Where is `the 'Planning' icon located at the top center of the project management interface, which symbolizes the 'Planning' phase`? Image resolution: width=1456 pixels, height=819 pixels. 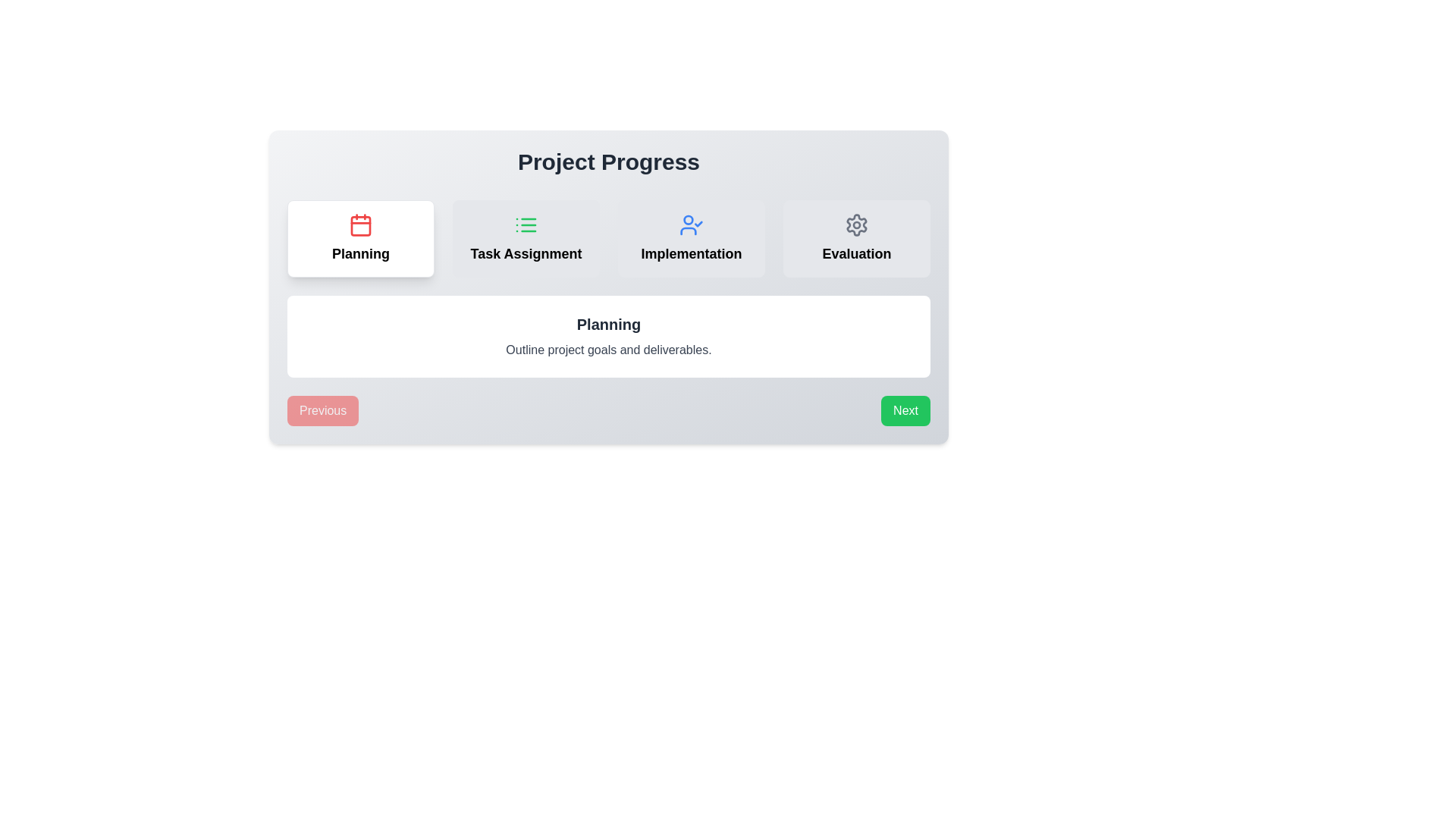 the 'Planning' icon located at the top center of the project management interface, which symbolizes the 'Planning' phase is located at coordinates (359, 225).